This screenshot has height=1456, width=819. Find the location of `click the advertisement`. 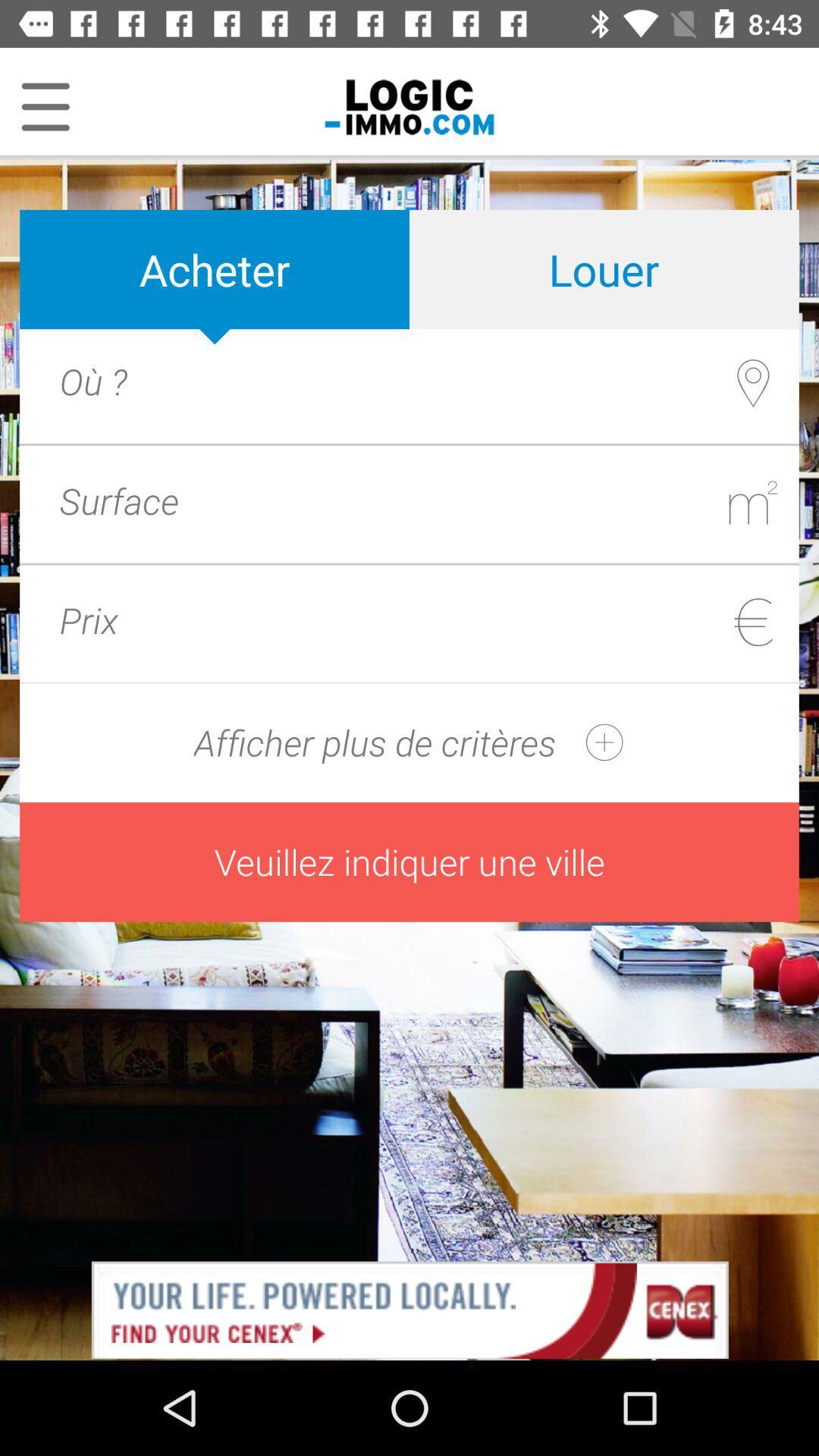

click the advertisement is located at coordinates (409, 1308).